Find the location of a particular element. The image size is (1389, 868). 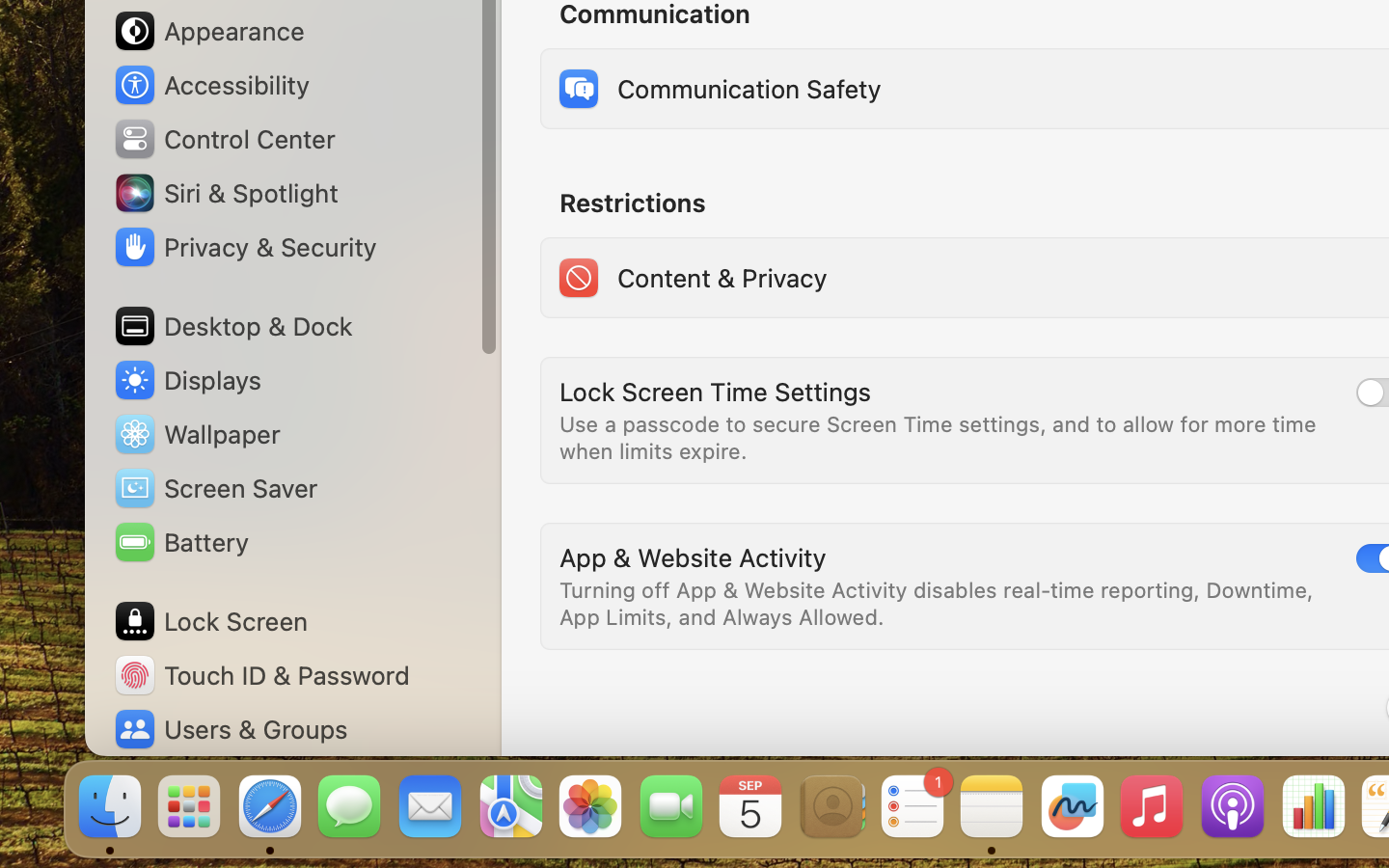

'Use a passcode to secure Screen Time settings, and to allow for more time when limits expire.' is located at coordinates (940, 436).